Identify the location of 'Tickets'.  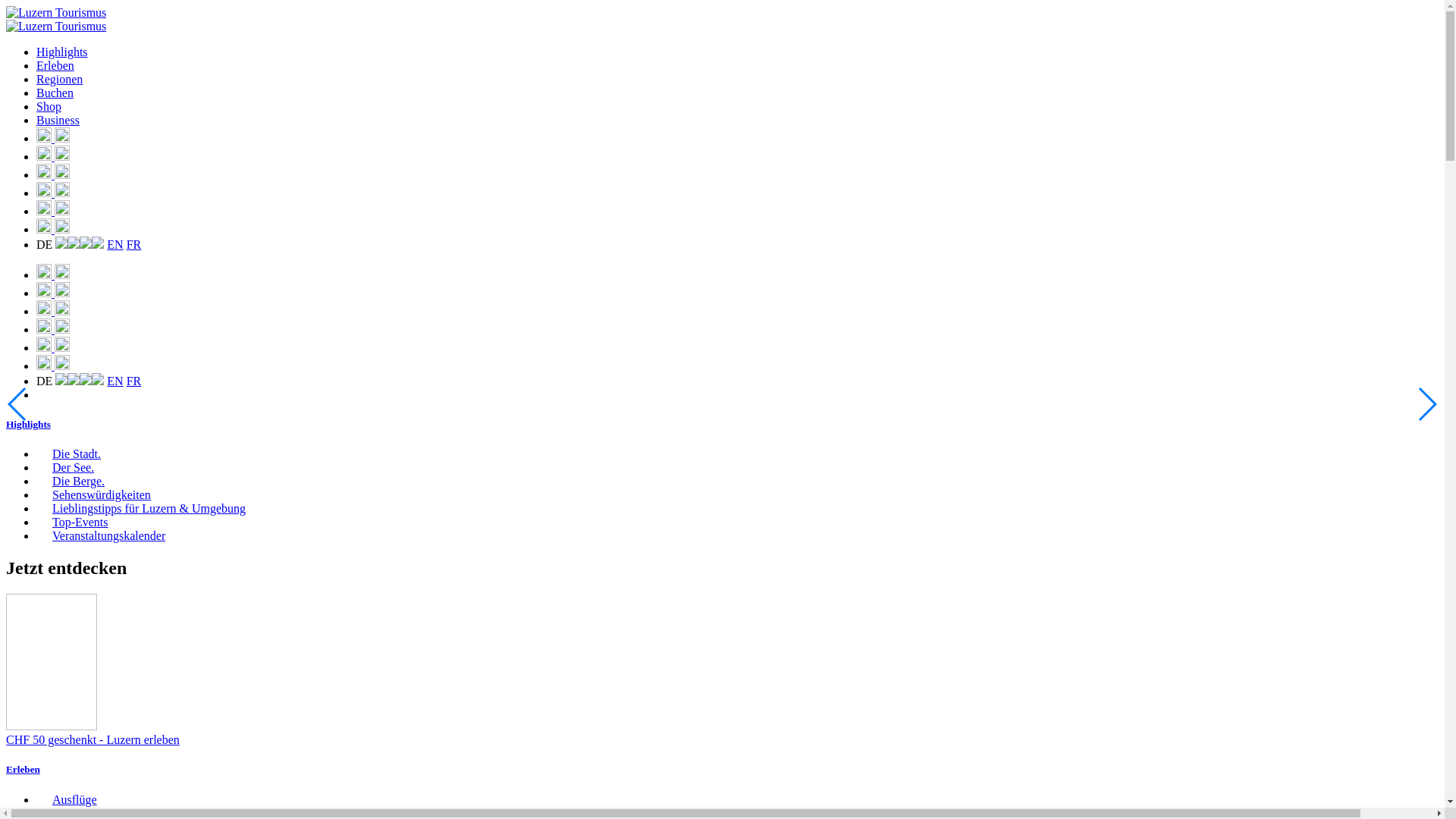
(53, 192).